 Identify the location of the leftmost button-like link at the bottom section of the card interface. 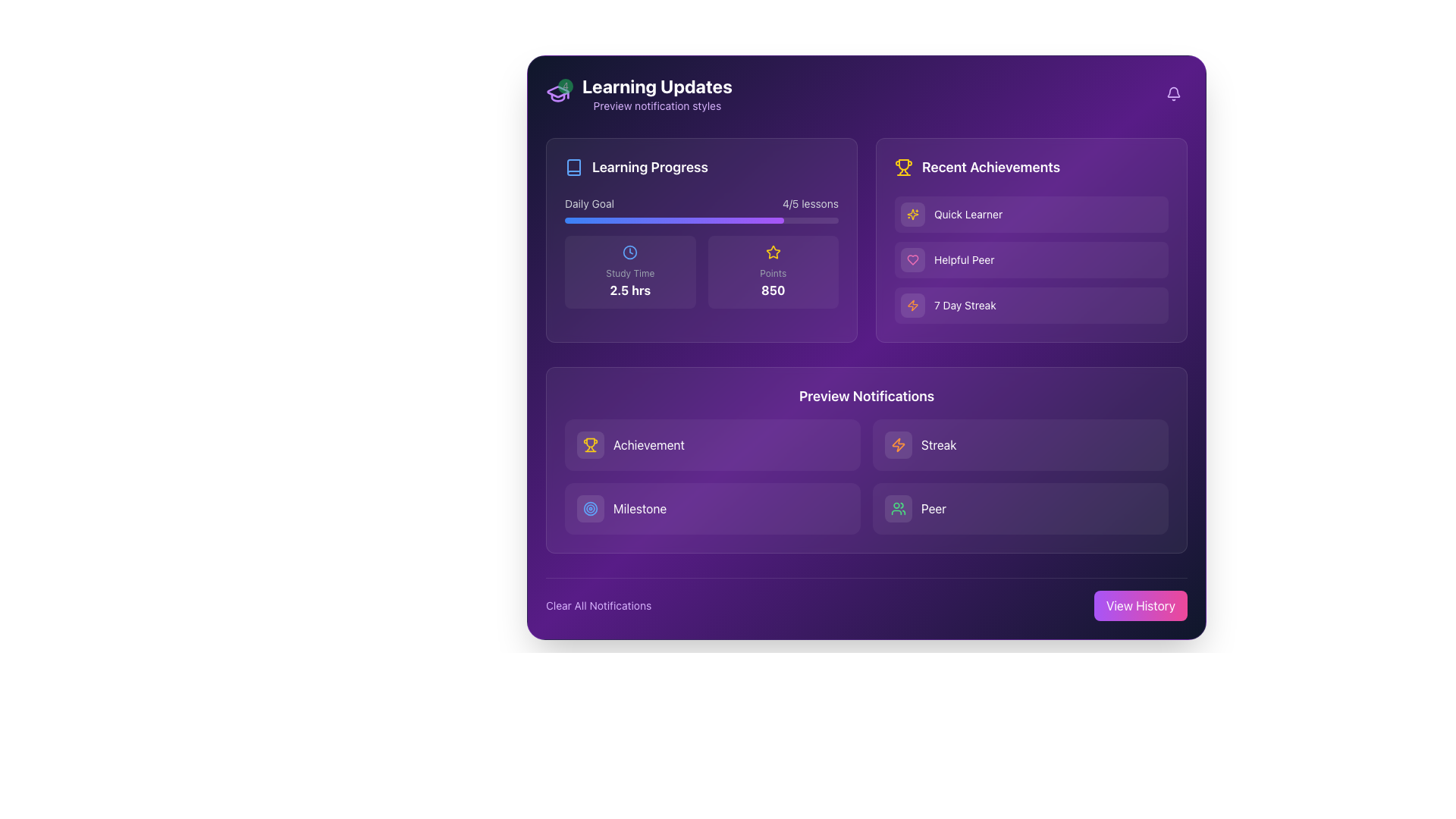
(598, 604).